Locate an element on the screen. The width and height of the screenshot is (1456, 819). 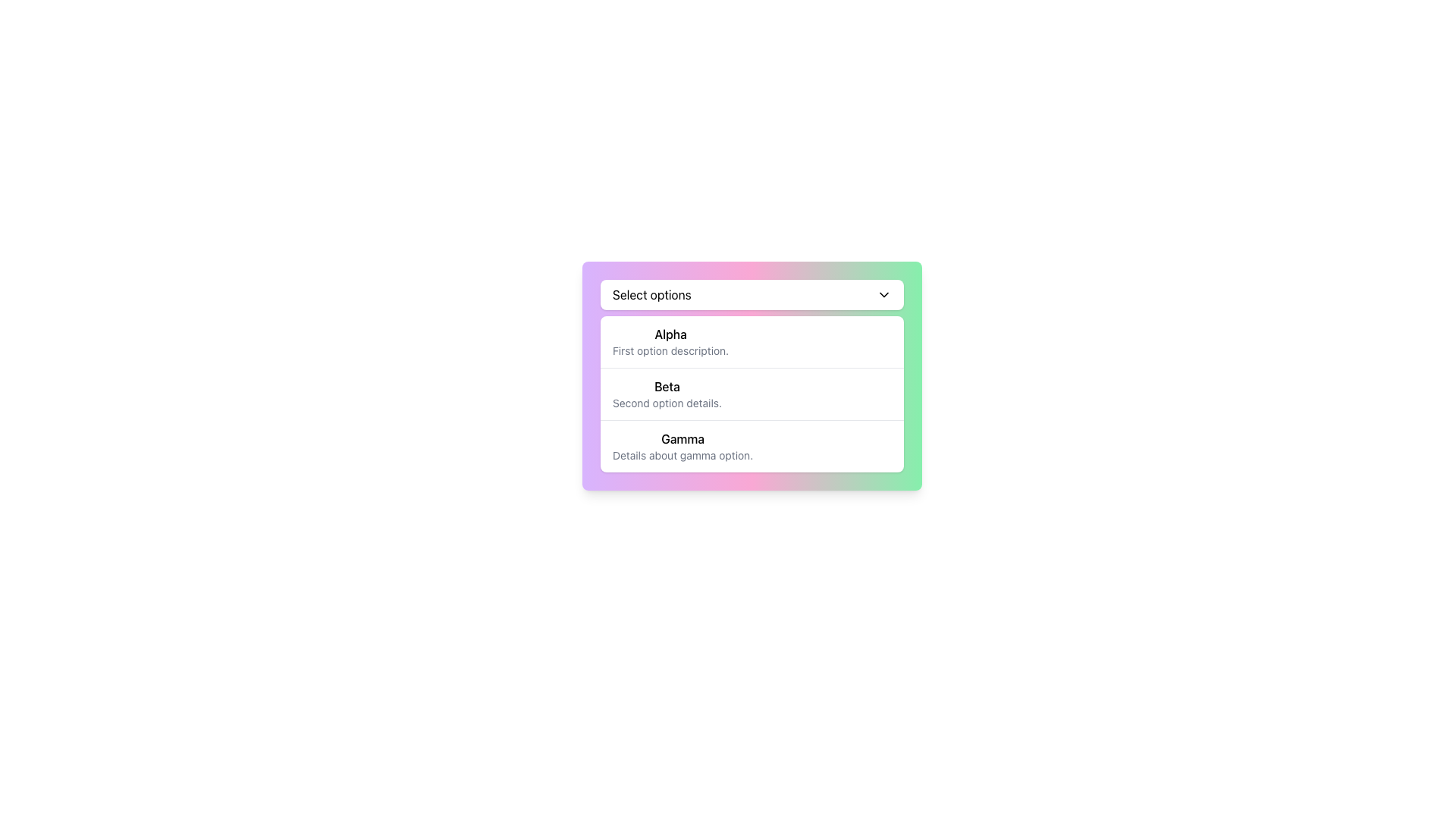
the 'Beta' option in the dropdown menu styled with a gradient background and rounded corners, positioned below 'Alpha' and above 'Gamma' is located at coordinates (752, 375).